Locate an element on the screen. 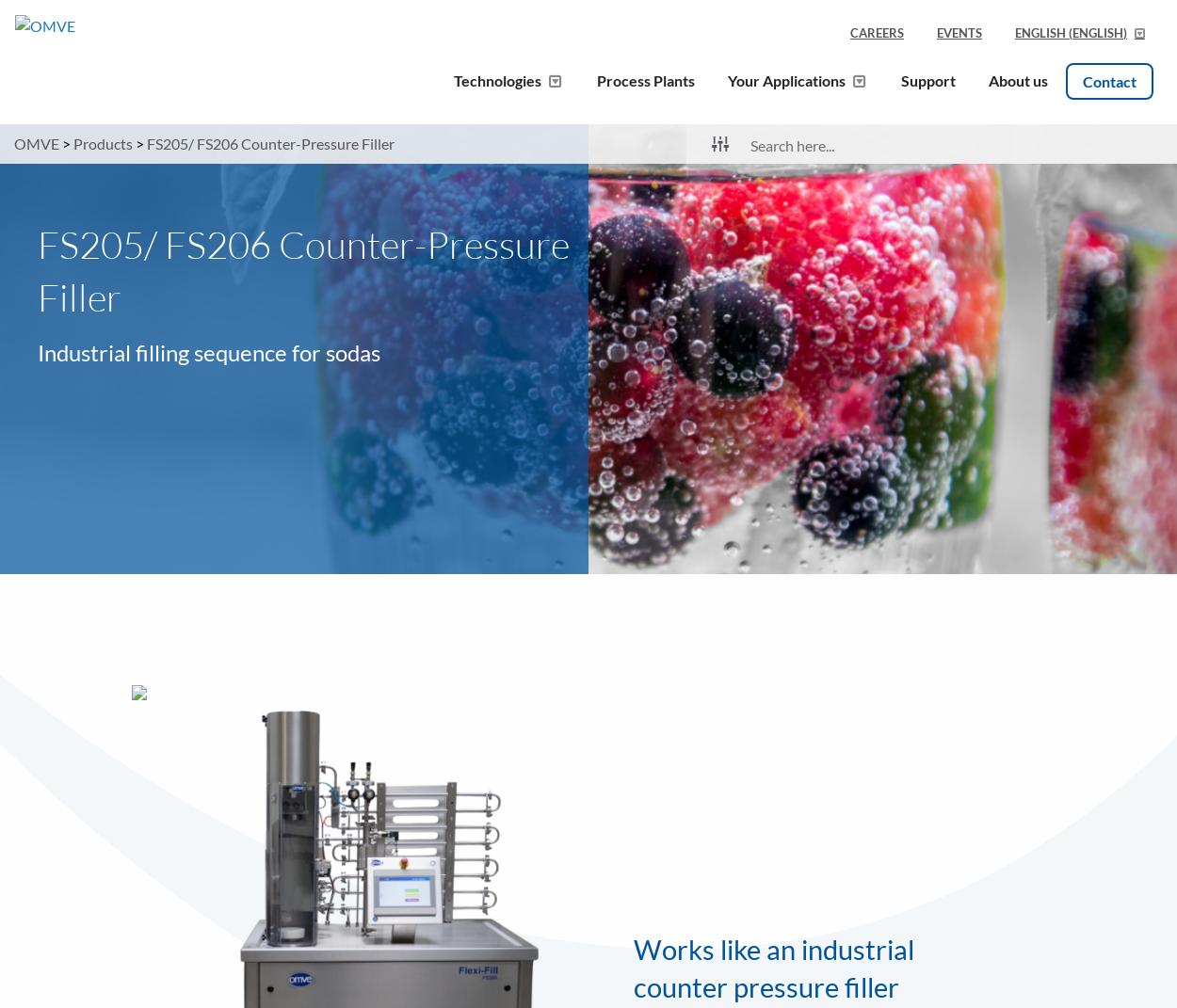 This screenshot has height=1008, width=1177. 'Support' is located at coordinates (899, 79).